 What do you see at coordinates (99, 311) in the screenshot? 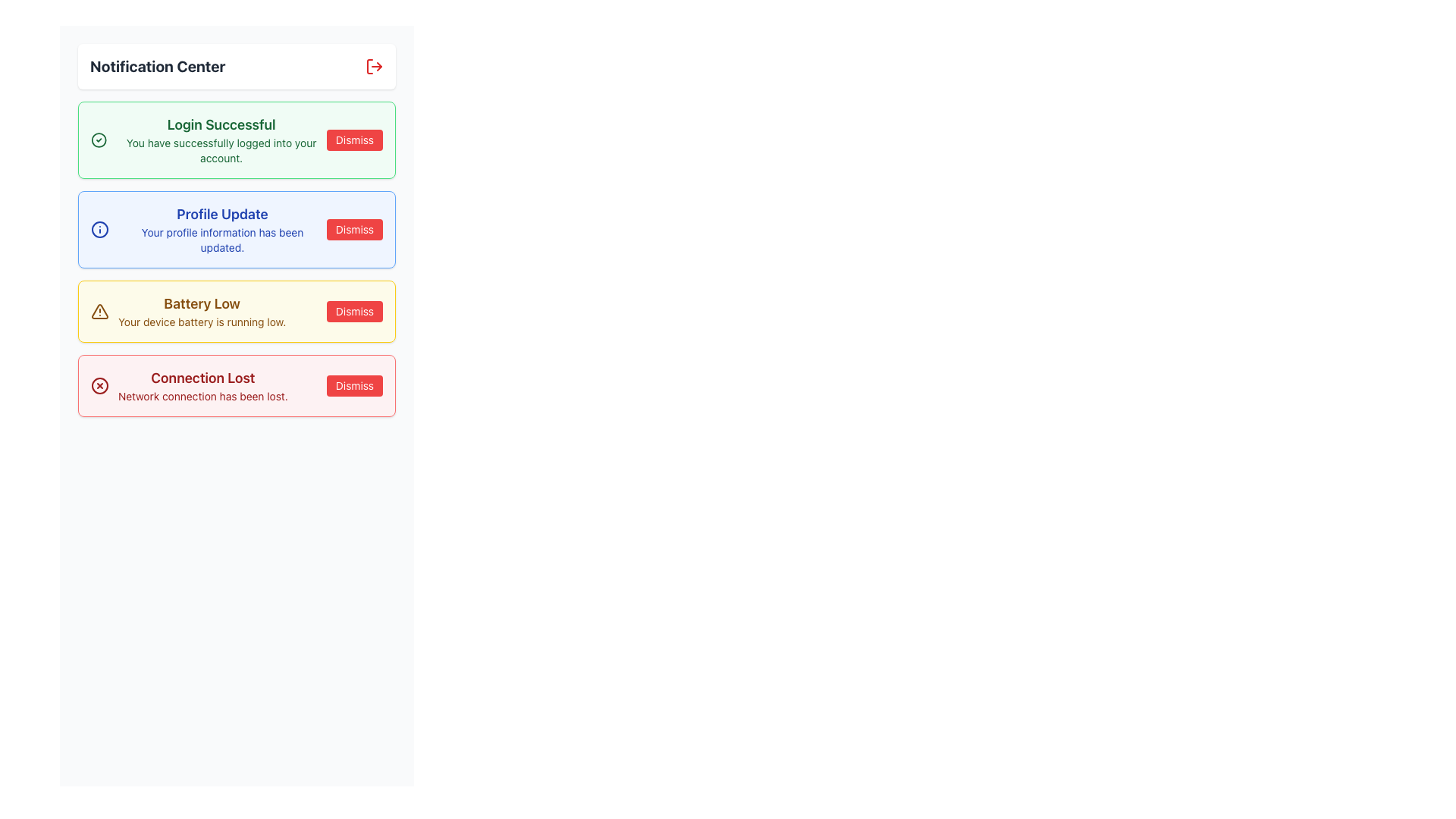
I see `the warning icon that signifies the importance of the 'Battery Low' notification, located to the left of the header text` at bounding box center [99, 311].